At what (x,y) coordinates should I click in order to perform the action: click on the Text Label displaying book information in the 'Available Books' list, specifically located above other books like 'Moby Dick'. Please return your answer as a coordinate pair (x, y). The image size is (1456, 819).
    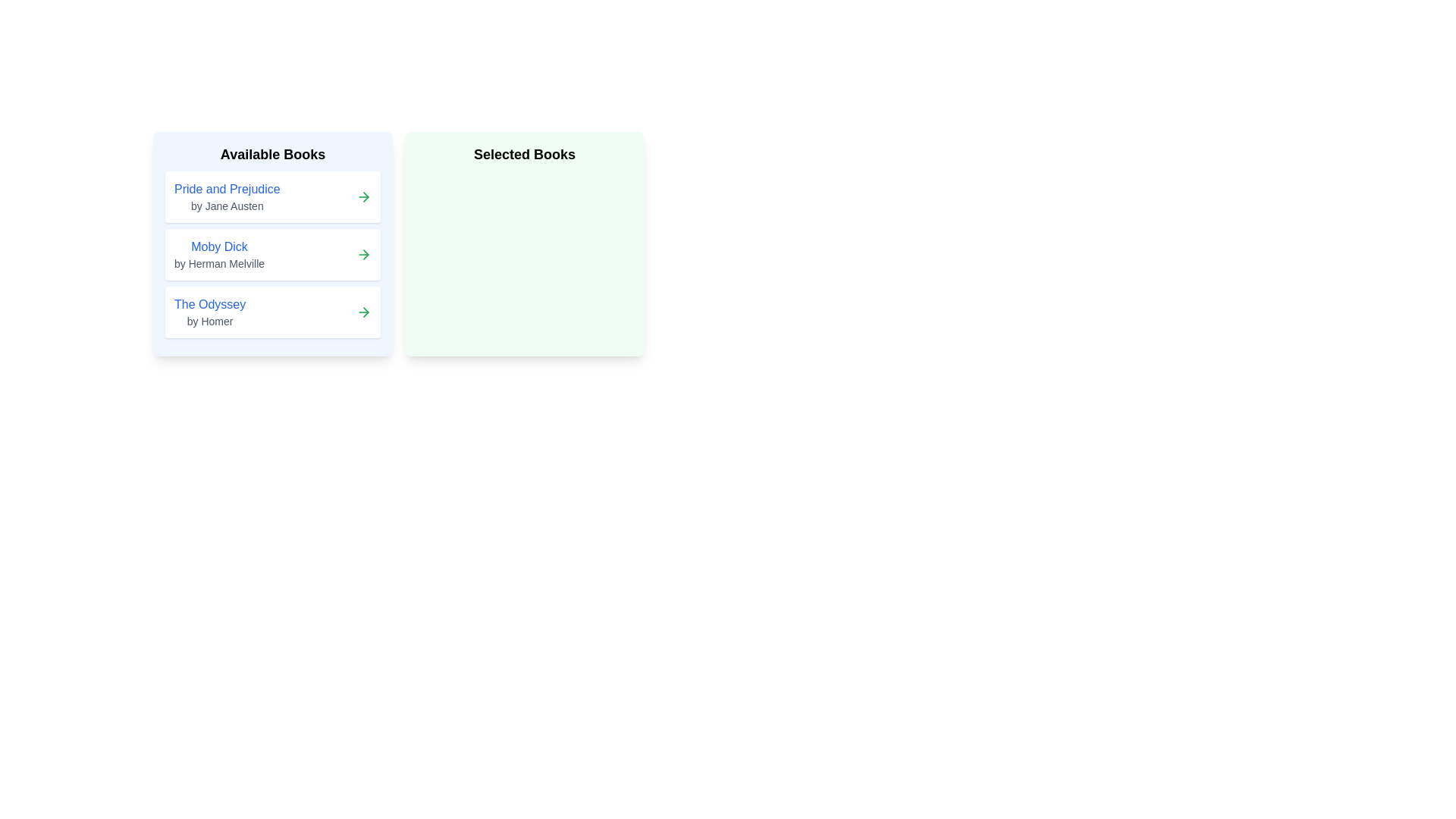
    Looking at the image, I should click on (226, 196).